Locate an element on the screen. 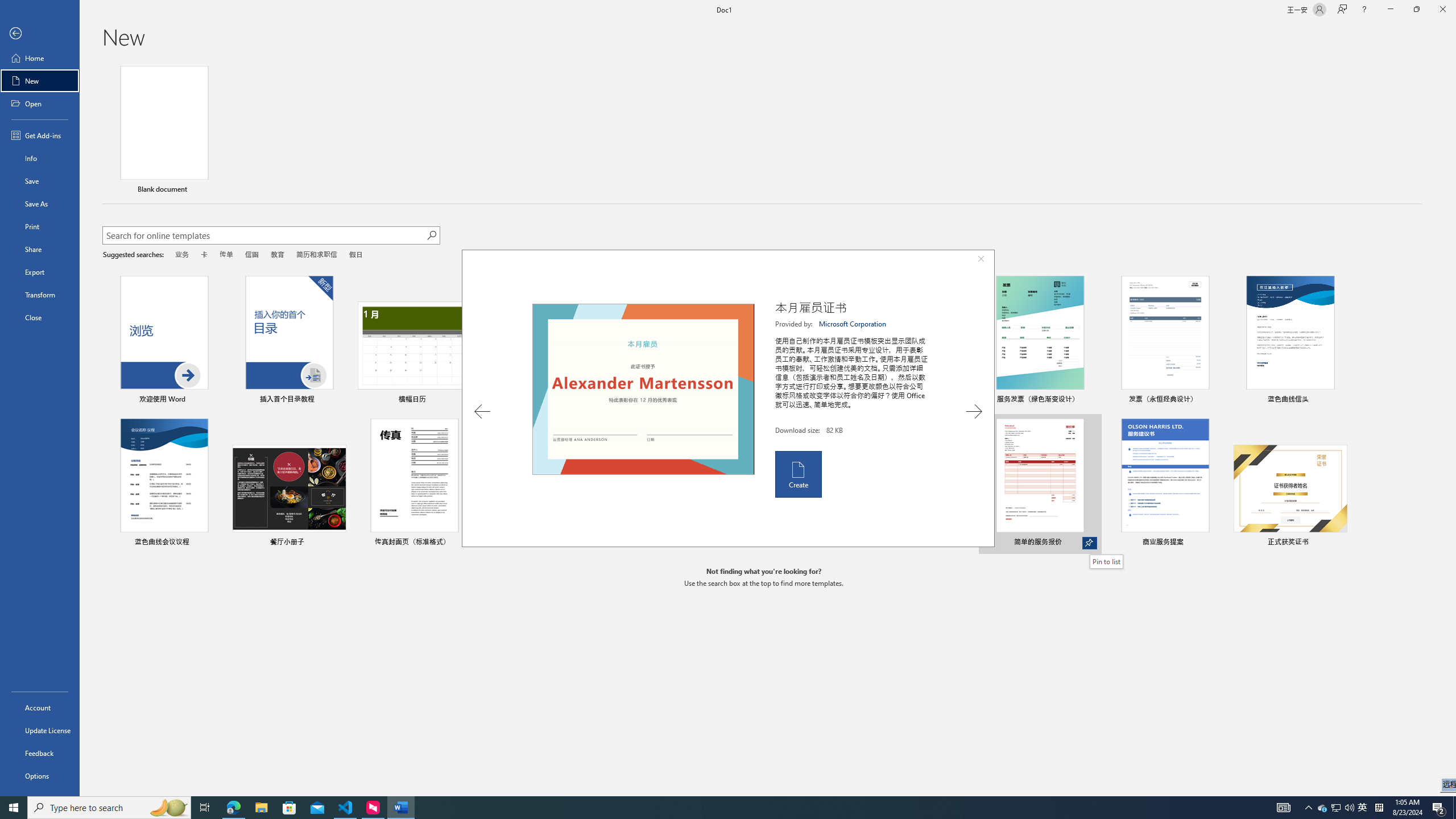 The height and width of the screenshot is (819, 1456). 'Transform' is located at coordinates (39, 294).